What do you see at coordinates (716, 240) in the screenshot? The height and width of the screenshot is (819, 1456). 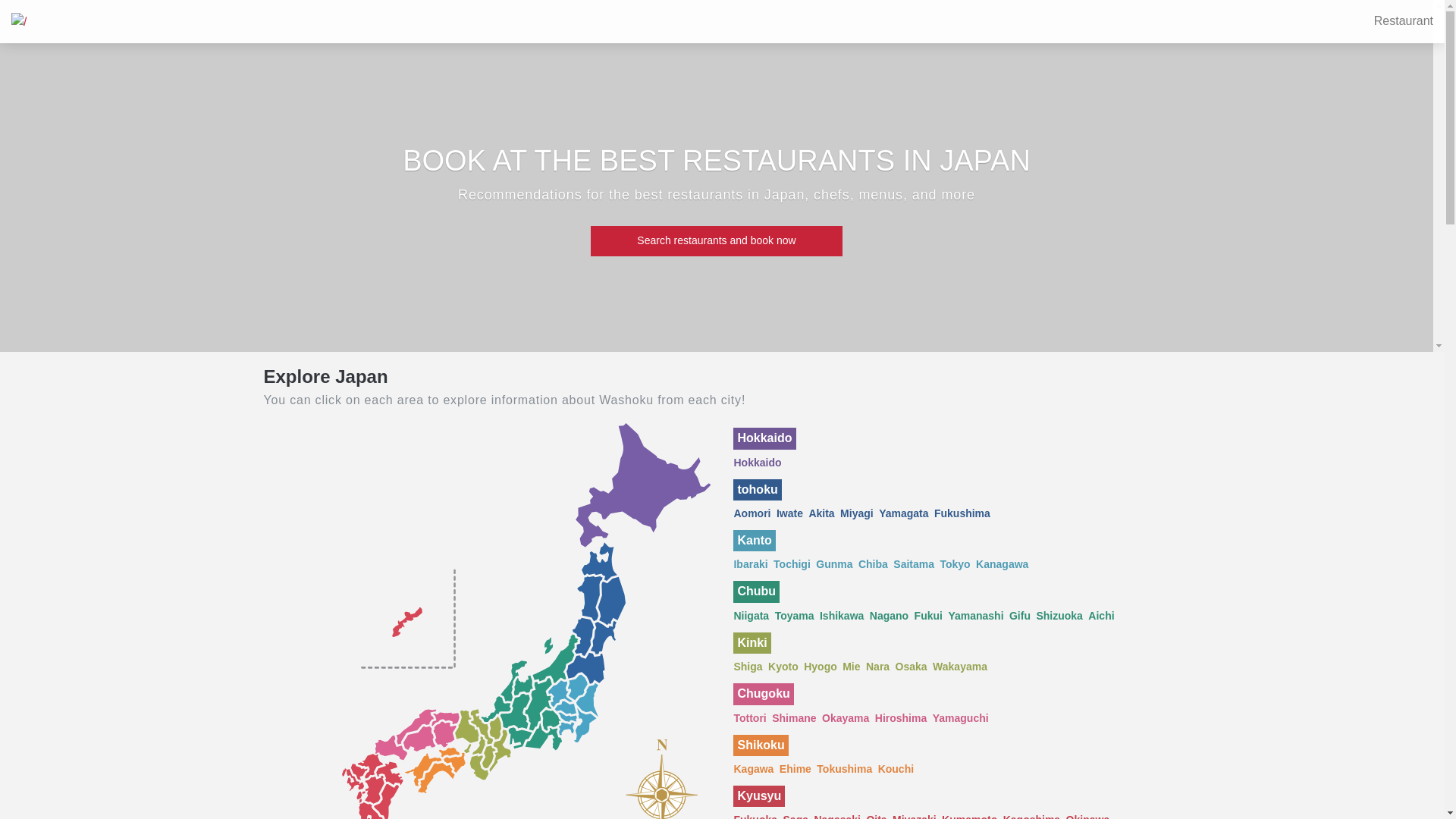 I see `'Search restaurants and book now'` at bounding box center [716, 240].